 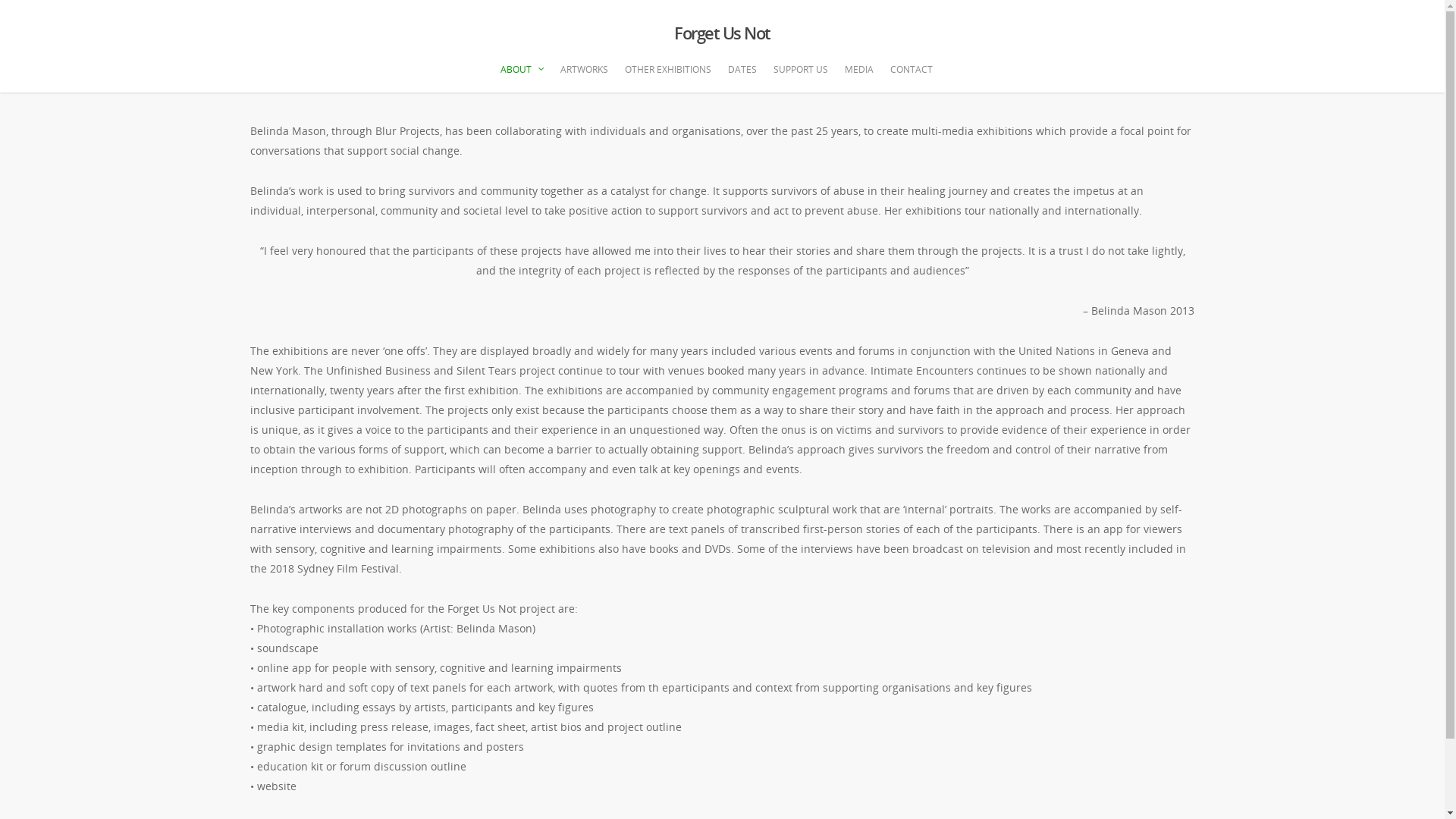 I want to click on 'MEDIA', so click(x=858, y=77).